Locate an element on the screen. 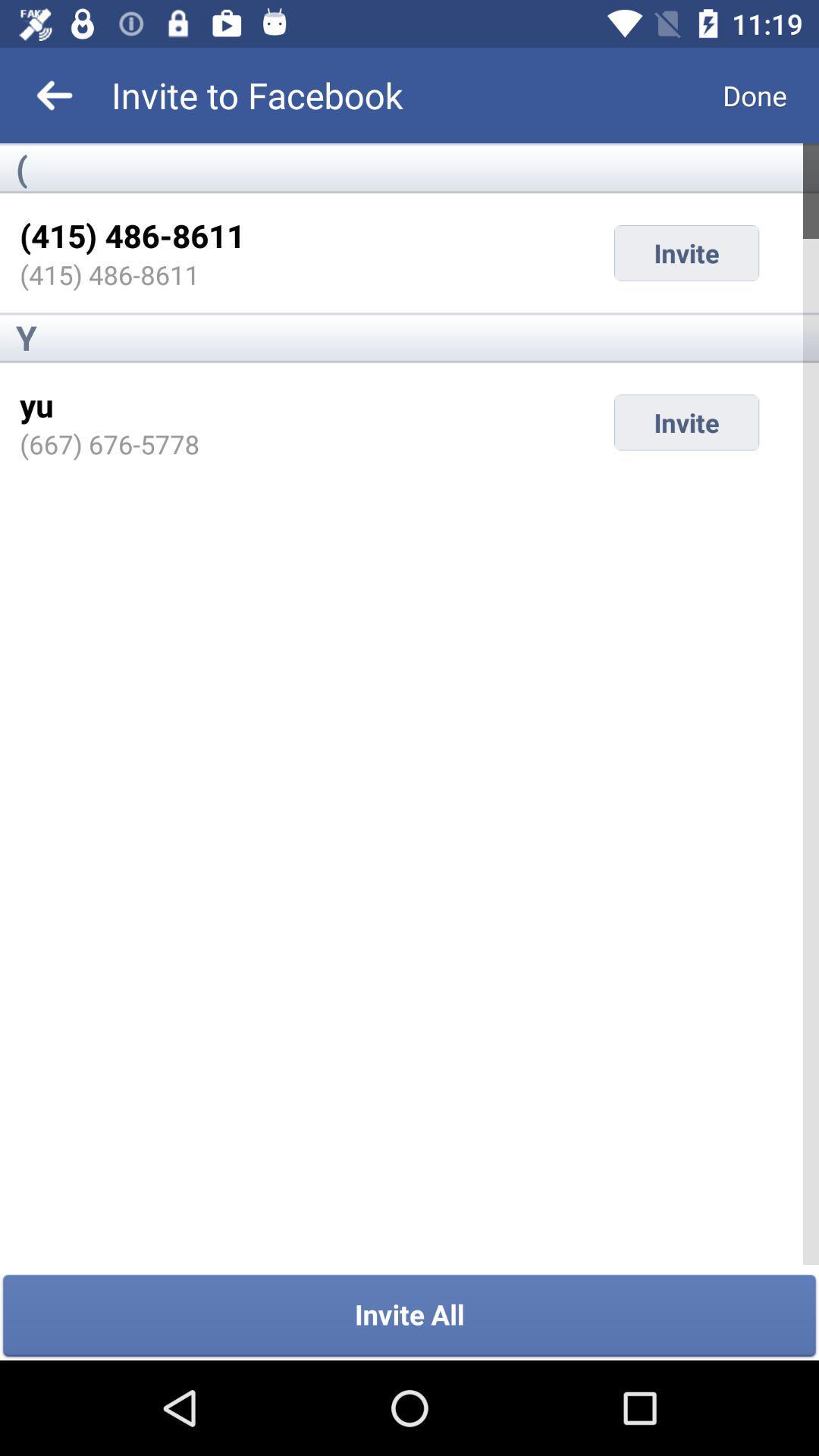  the item to the left of invite to facebook item is located at coordinates (55, 94).